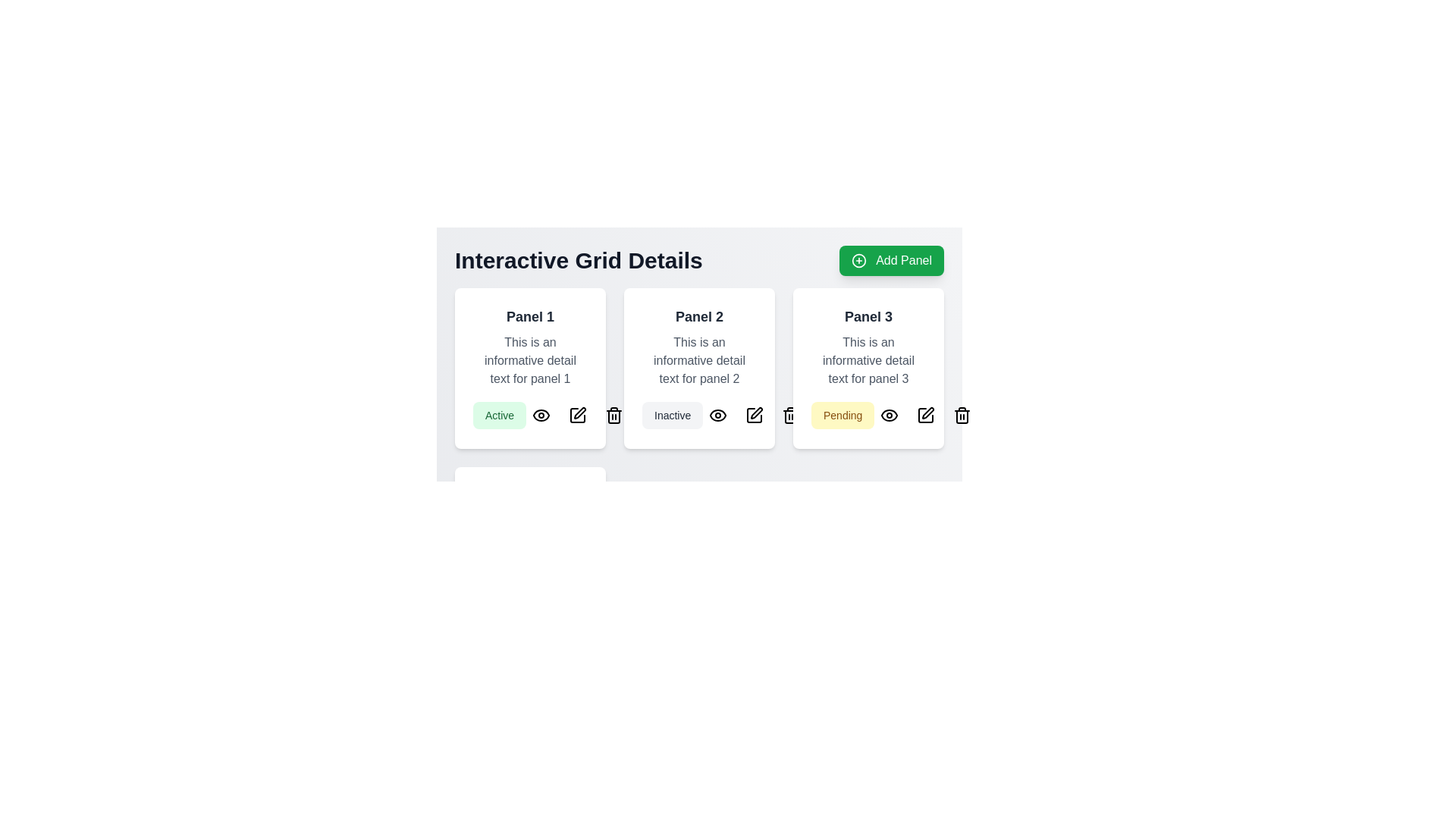 The height and width of the screenshot is (819, 1456). I want to click on the Text label that serves as the title for 'Panel 3', which is located at the top center of the card for 'Panel 3', so click(868, 315).